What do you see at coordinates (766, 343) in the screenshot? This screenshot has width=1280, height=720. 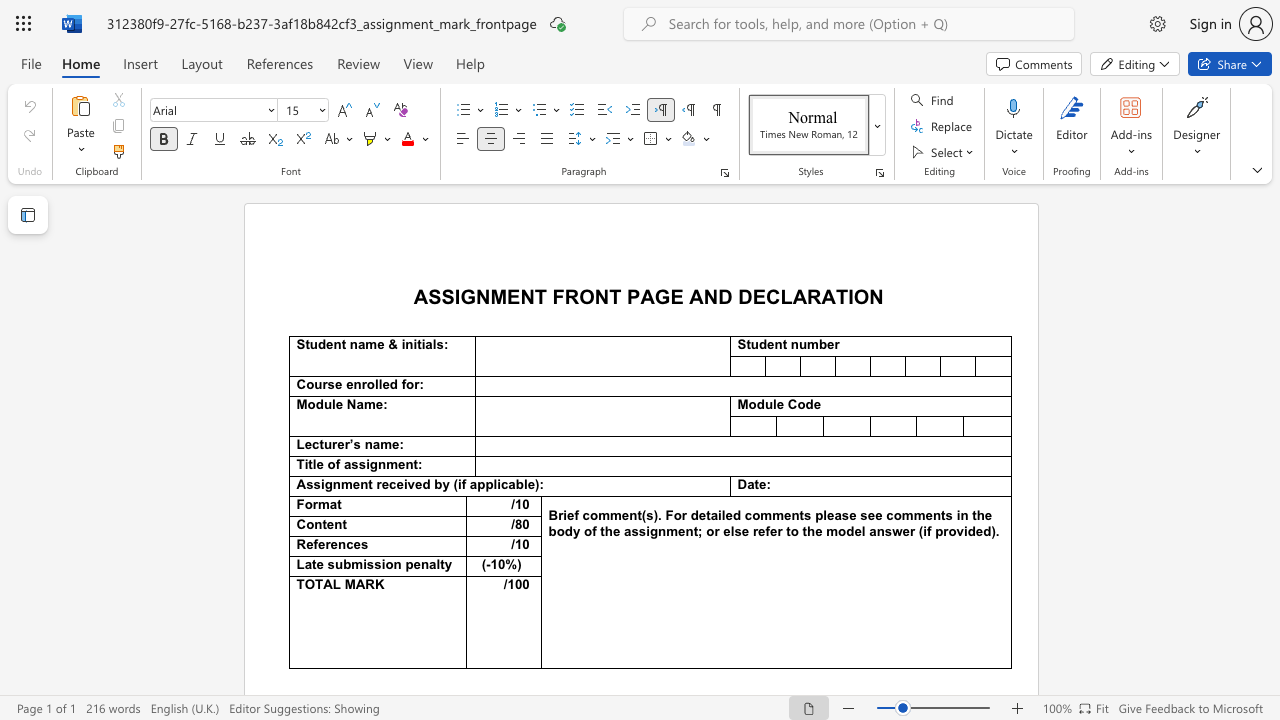 I see `the subset text "en" within the text "Student number"` at bounding box center [766, 343].